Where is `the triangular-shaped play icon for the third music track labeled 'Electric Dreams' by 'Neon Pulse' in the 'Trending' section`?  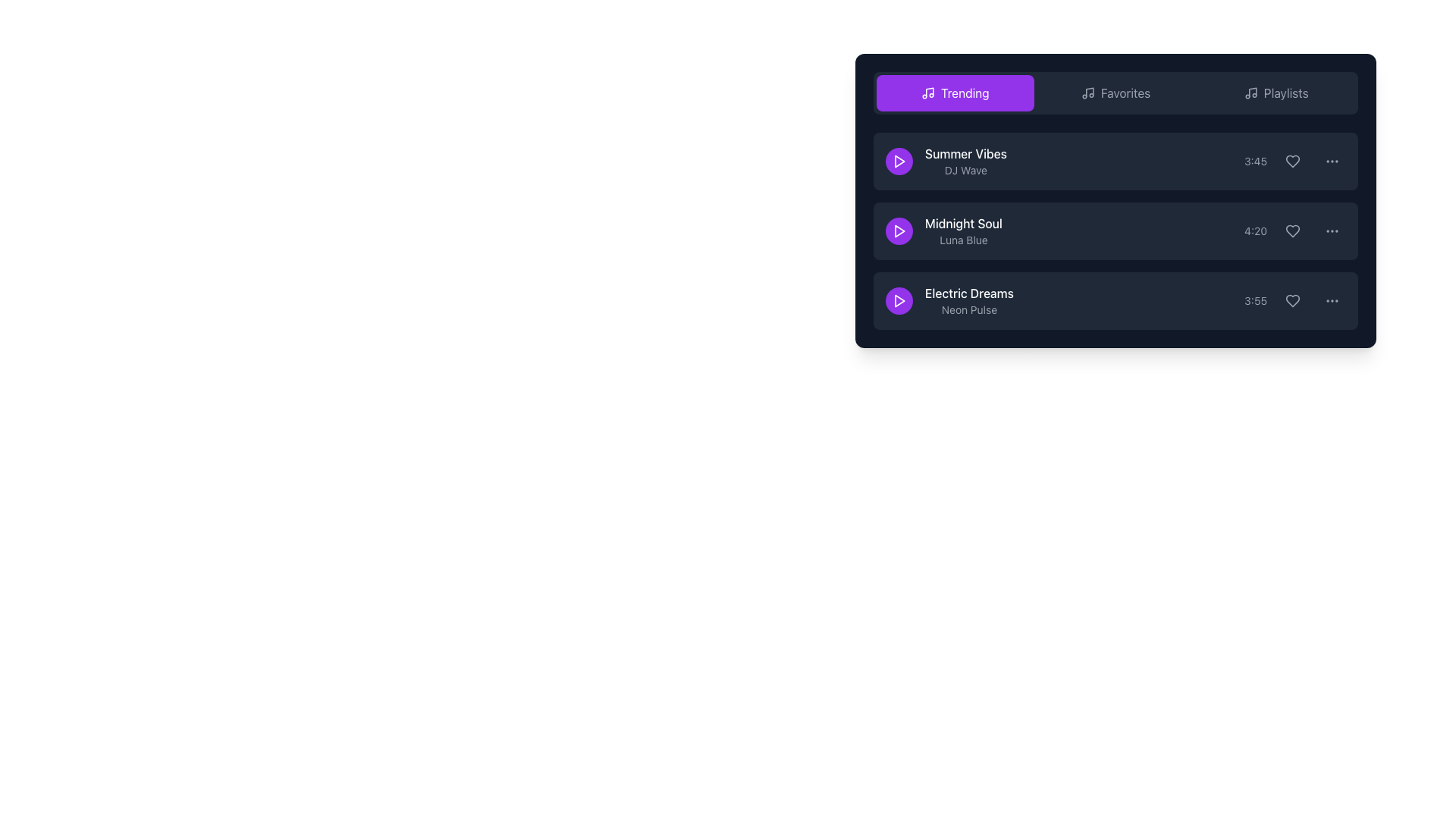 the triangular-shaped play icon for the third music track labeled 'Electric Dreams' by 'Neon Pulse' in the 'Trending' section is located at coordinates (899, 301).